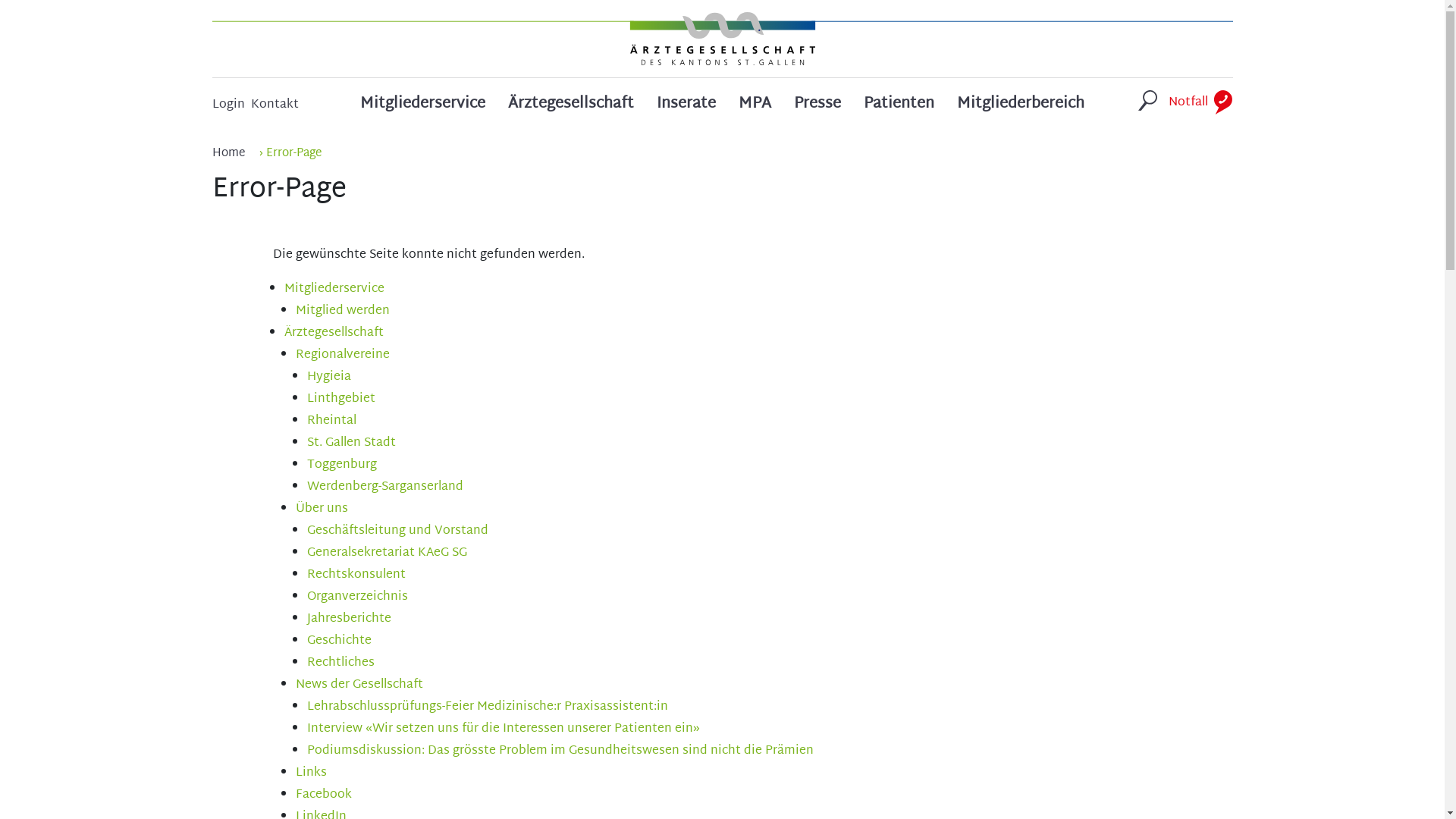  I want to click on 'Rechtliches', so click(339, 662).